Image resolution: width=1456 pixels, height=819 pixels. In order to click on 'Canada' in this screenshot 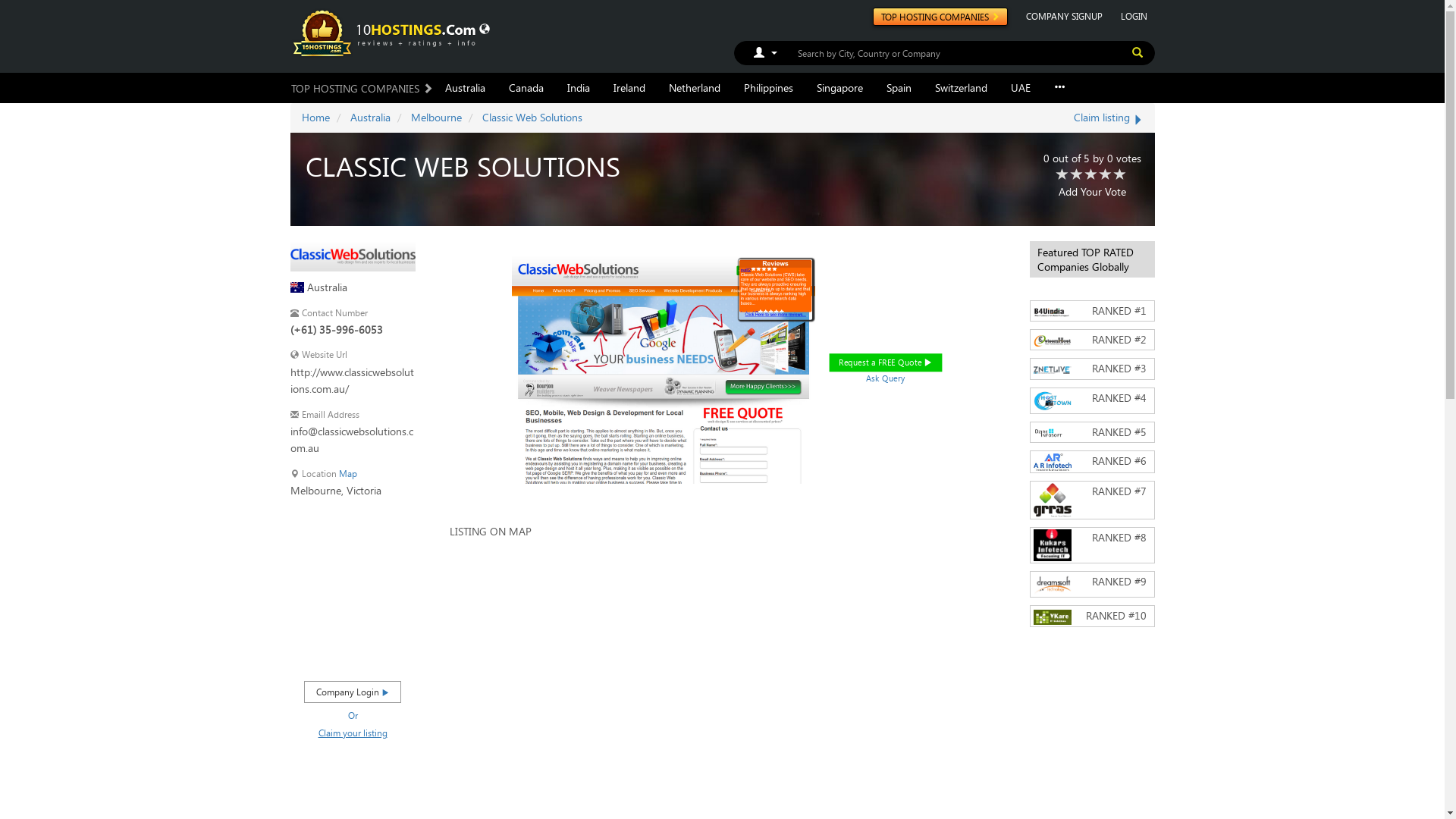, I will do `click(526, 87)`.